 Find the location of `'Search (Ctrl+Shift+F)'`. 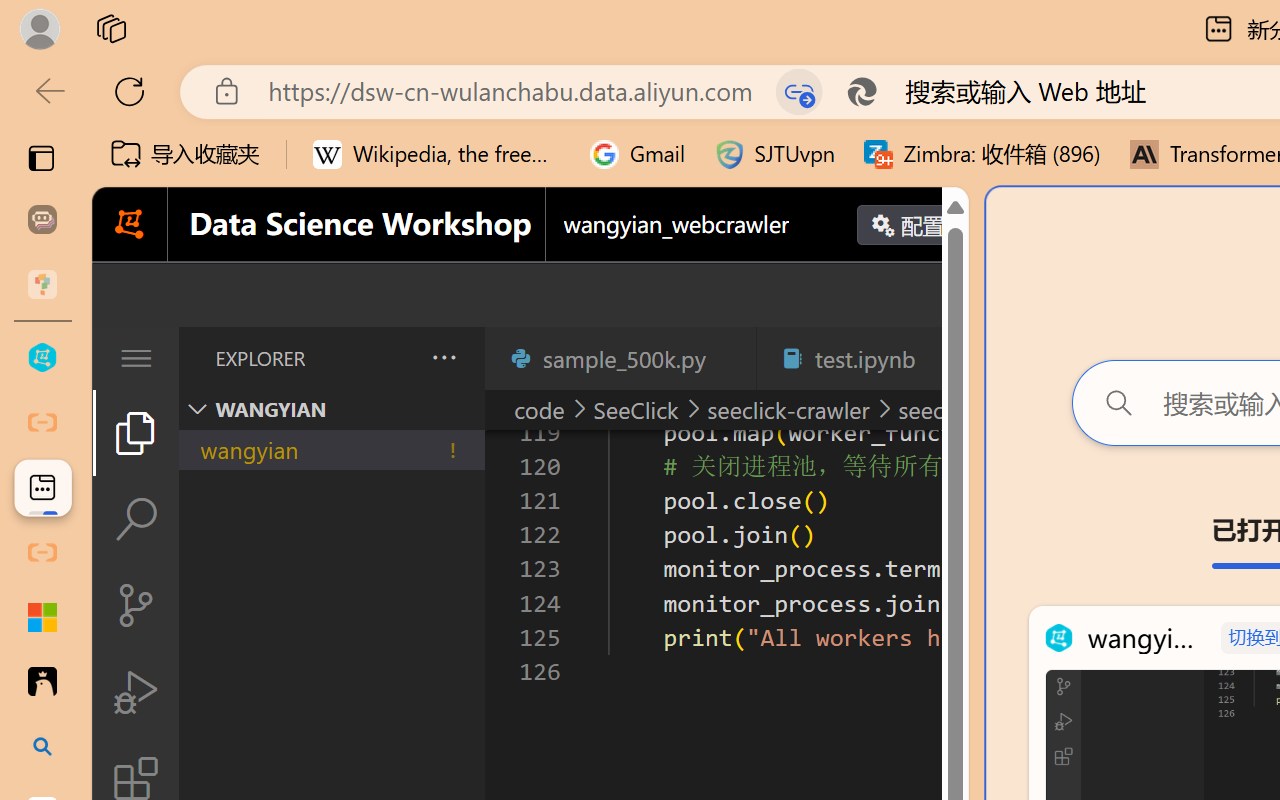

'Search (Ctrl+Shift+F)' is located at coordinates (134, 518).